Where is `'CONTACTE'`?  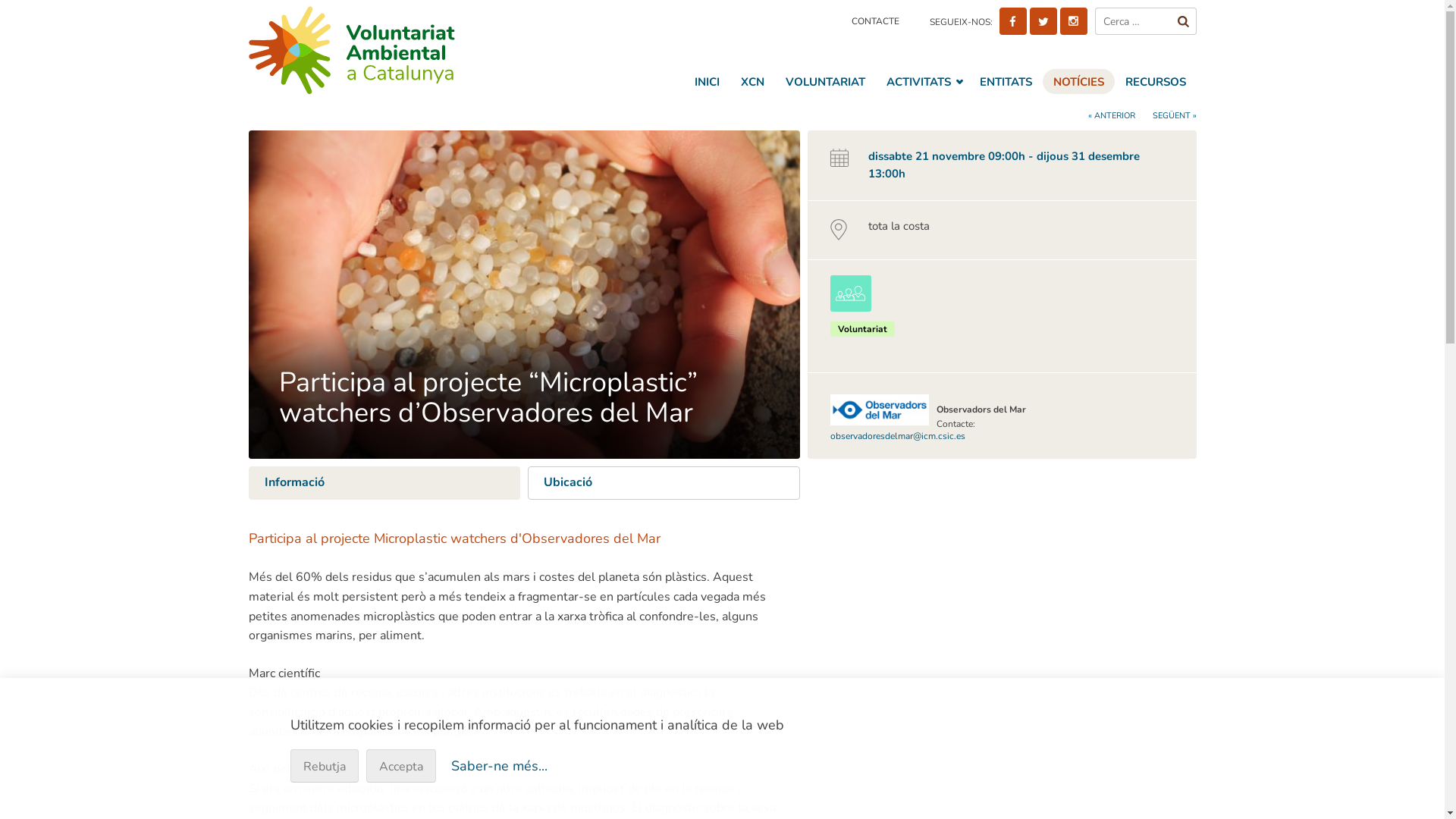
'CONTACTE' is located at coordinates (874, 20).